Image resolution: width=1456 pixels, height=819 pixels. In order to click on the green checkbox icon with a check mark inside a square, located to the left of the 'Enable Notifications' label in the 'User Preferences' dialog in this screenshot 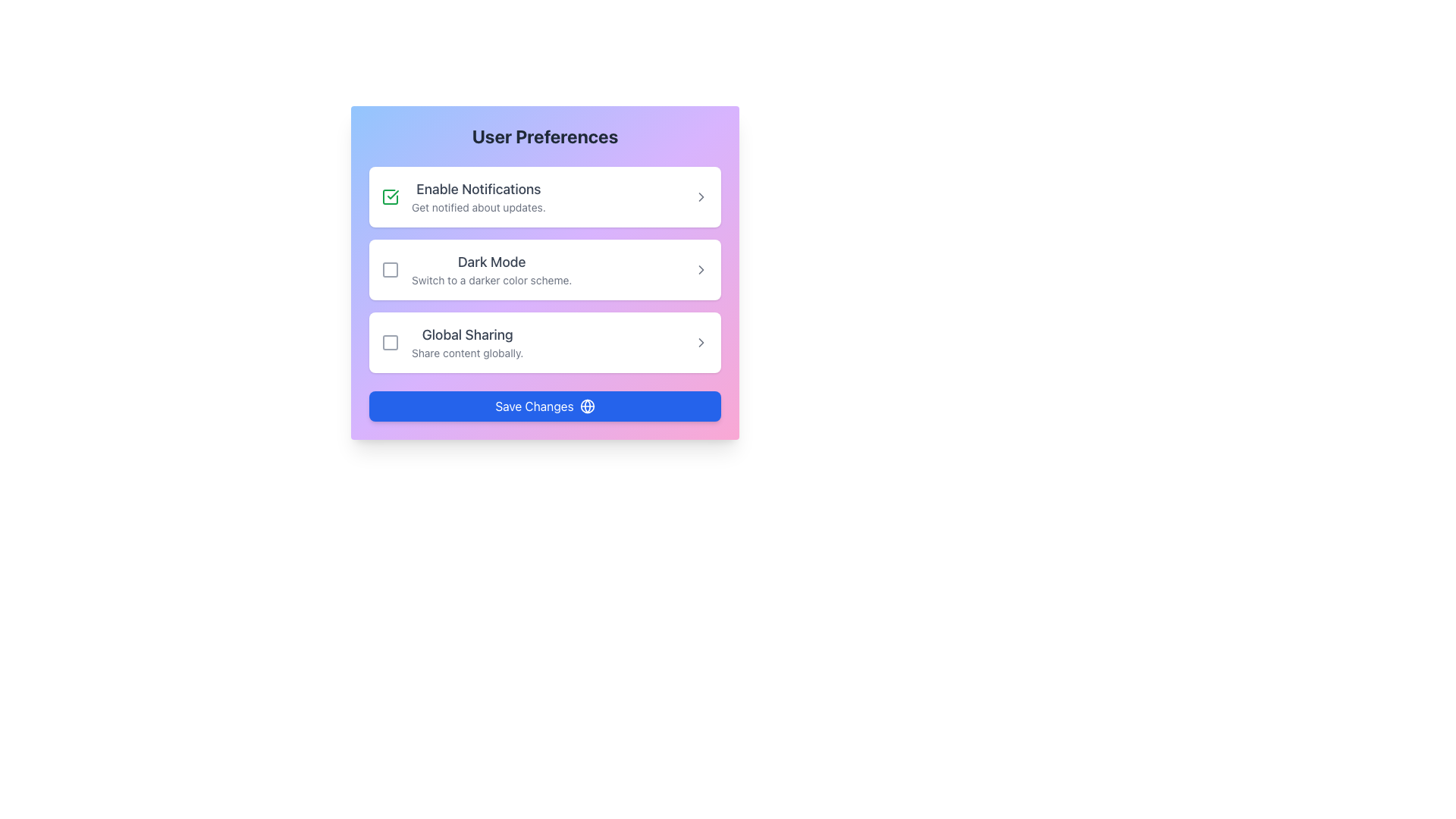, I will do `click(390, 196)`.